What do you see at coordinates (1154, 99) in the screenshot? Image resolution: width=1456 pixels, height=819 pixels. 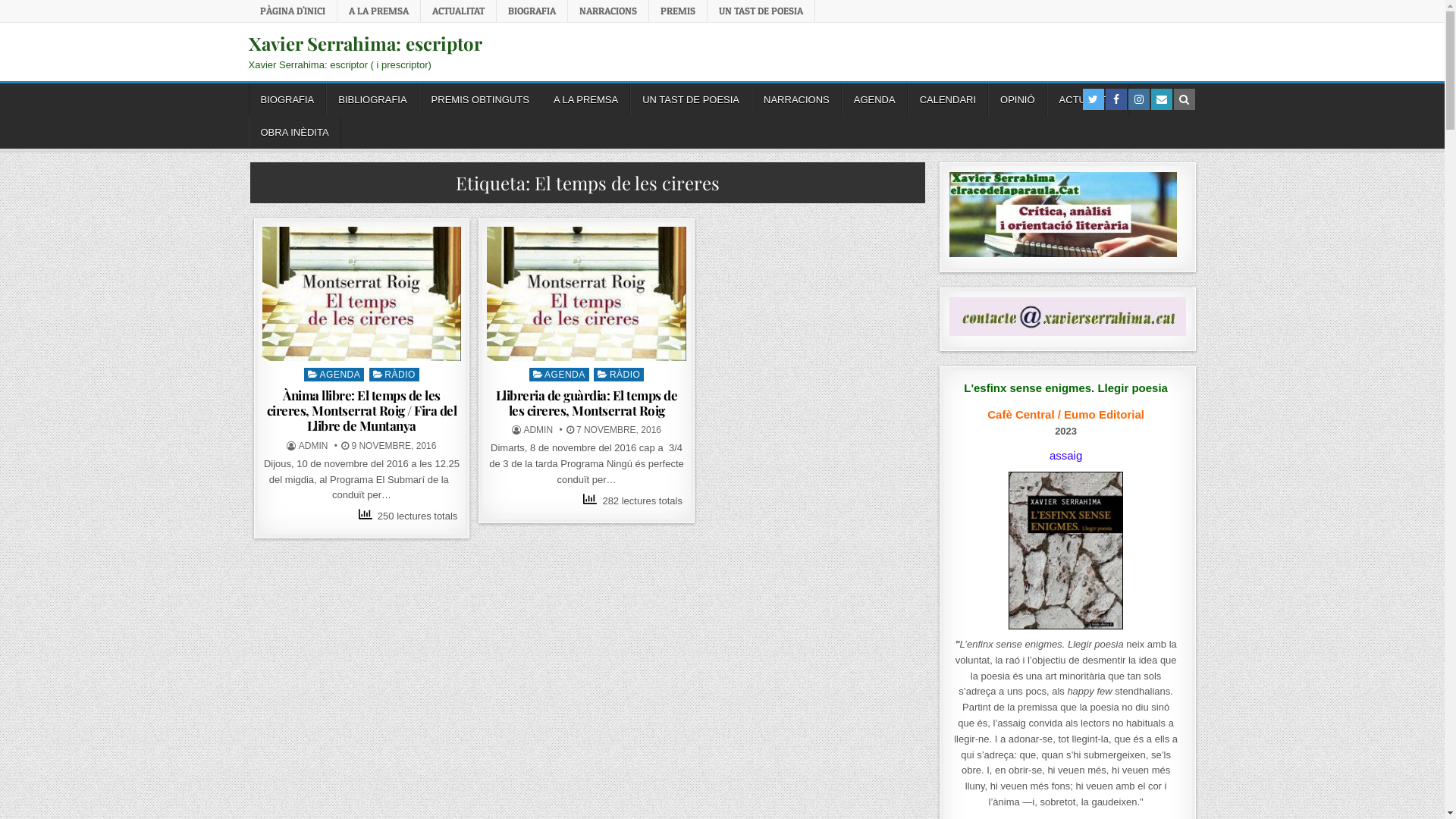 I see `'Email Us'` at bounding box center [1154, 99].